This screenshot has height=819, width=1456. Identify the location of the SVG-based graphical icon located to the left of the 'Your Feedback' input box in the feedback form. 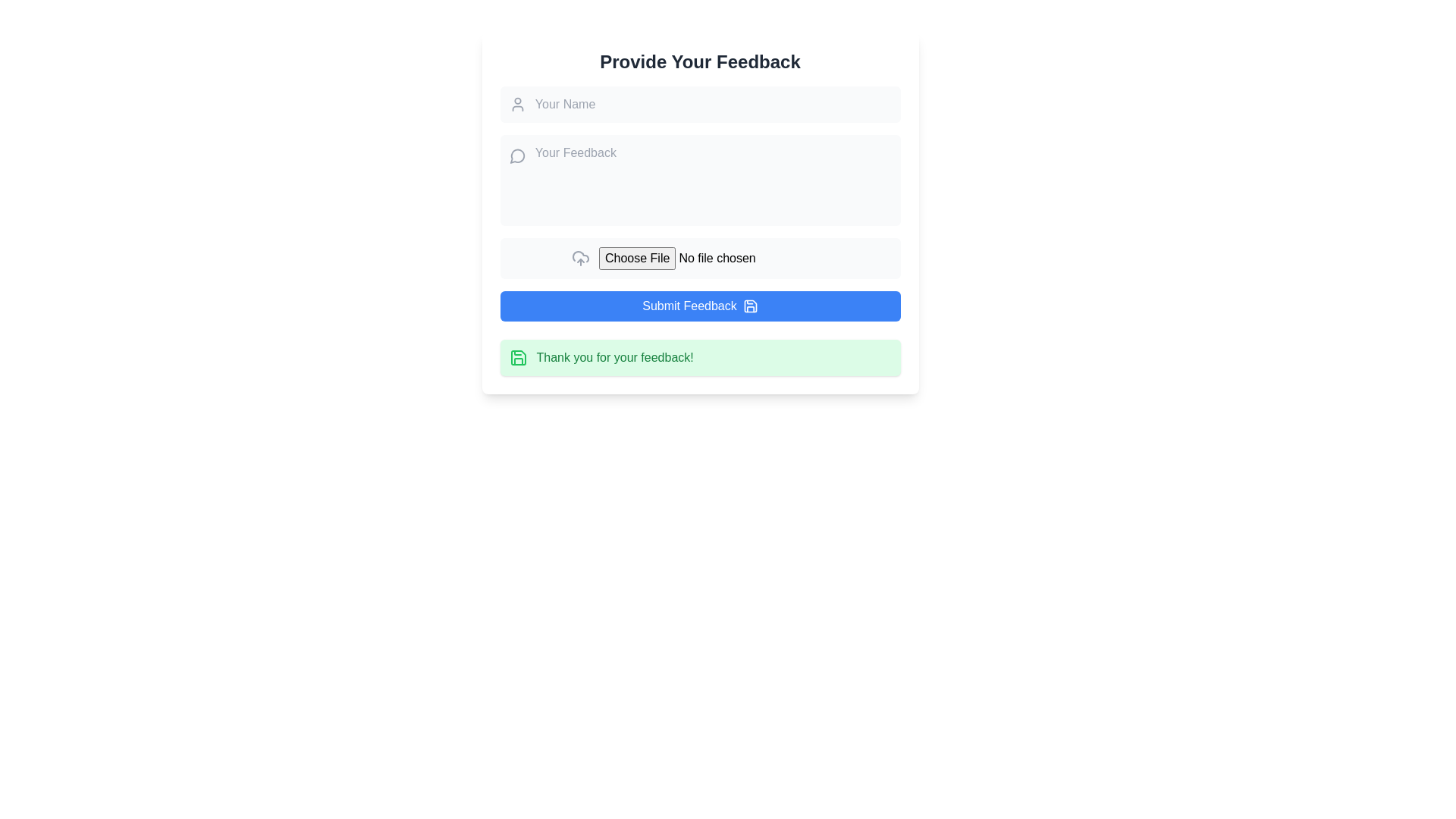
(517, 156).